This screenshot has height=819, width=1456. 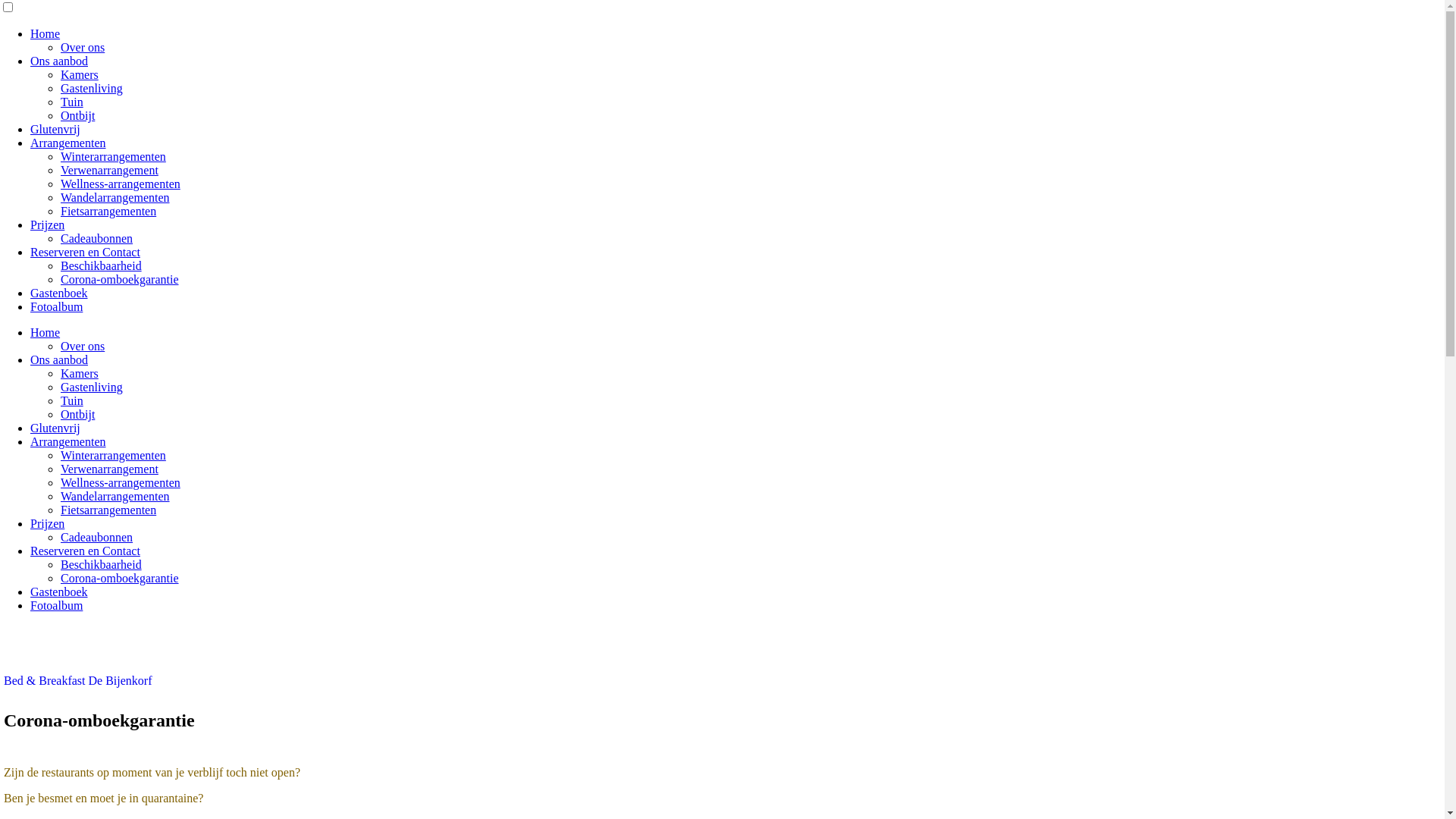 I want to click on 'Home', so click(x=45, y=331).